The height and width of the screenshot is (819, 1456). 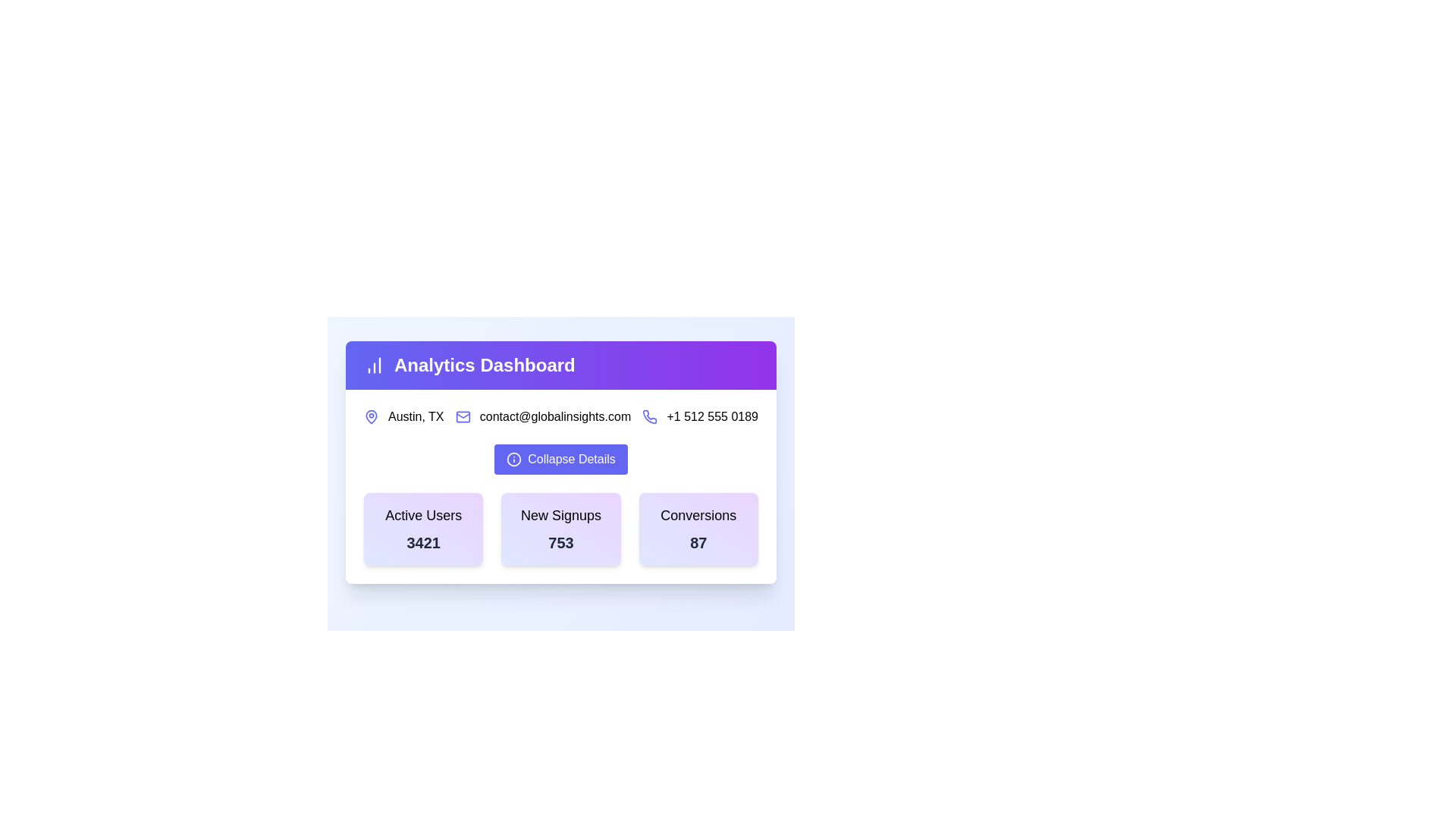 I want to click on the prominent numeric value '753' displayed in dark gray font under the 'New Signups' label within the Analytics Dashboard section, so click(x=560, y=542).